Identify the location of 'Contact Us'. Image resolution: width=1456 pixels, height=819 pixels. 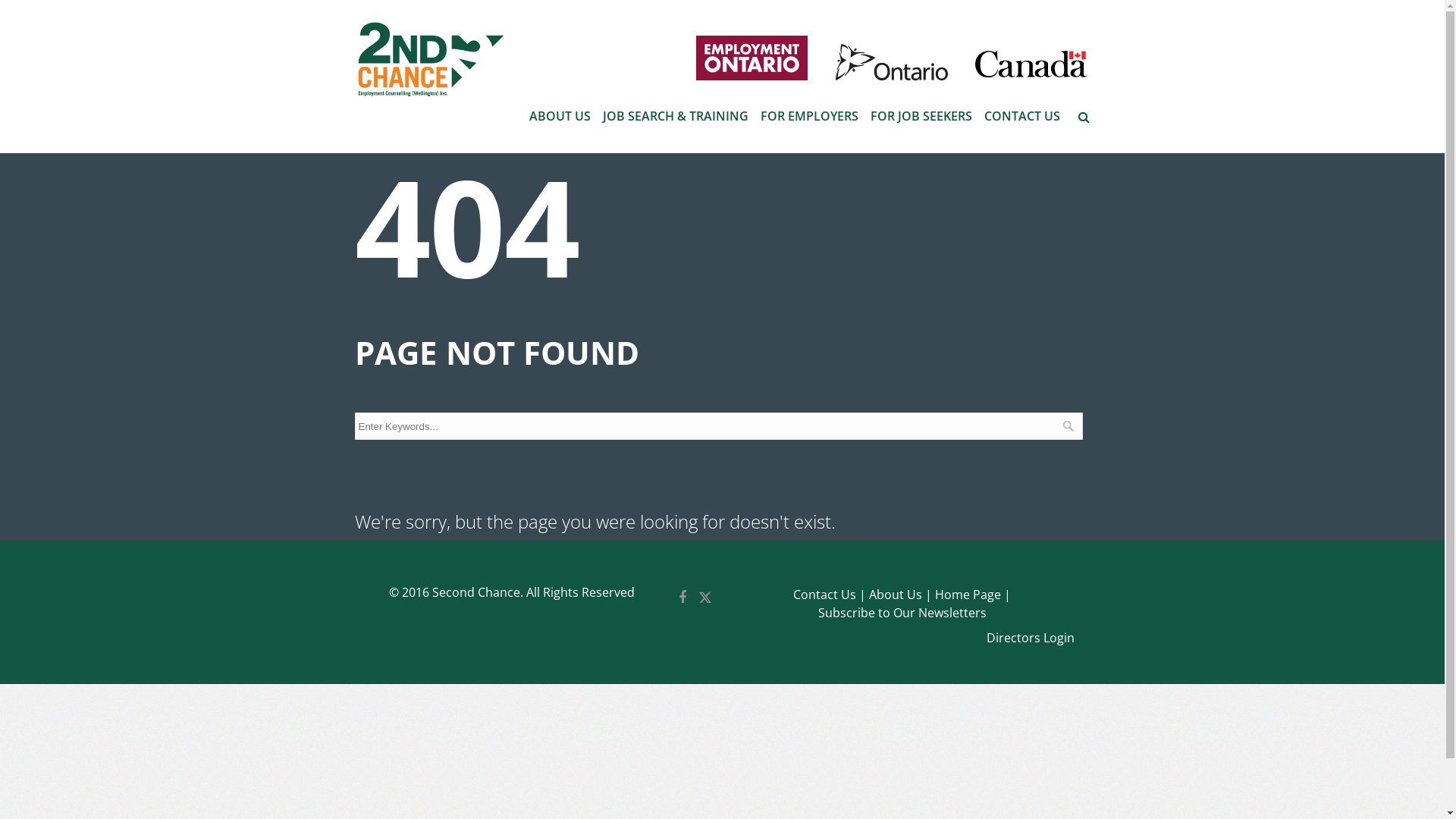
(792, 594).